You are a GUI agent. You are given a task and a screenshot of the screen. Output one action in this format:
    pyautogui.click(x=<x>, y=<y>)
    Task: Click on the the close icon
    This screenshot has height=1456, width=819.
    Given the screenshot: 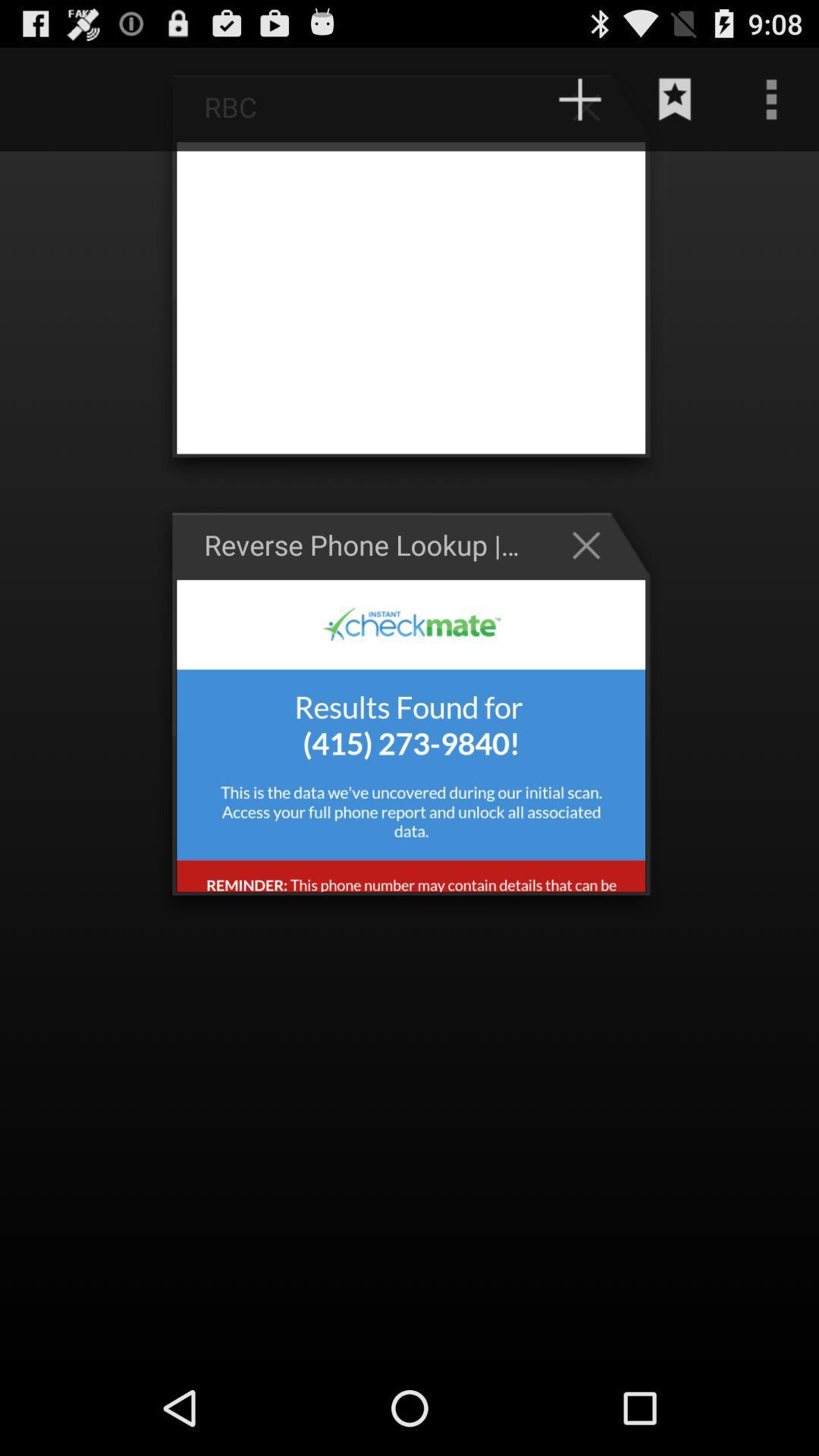 What is the action you would take?
    pyautogui.click(x=593, y=582)
    